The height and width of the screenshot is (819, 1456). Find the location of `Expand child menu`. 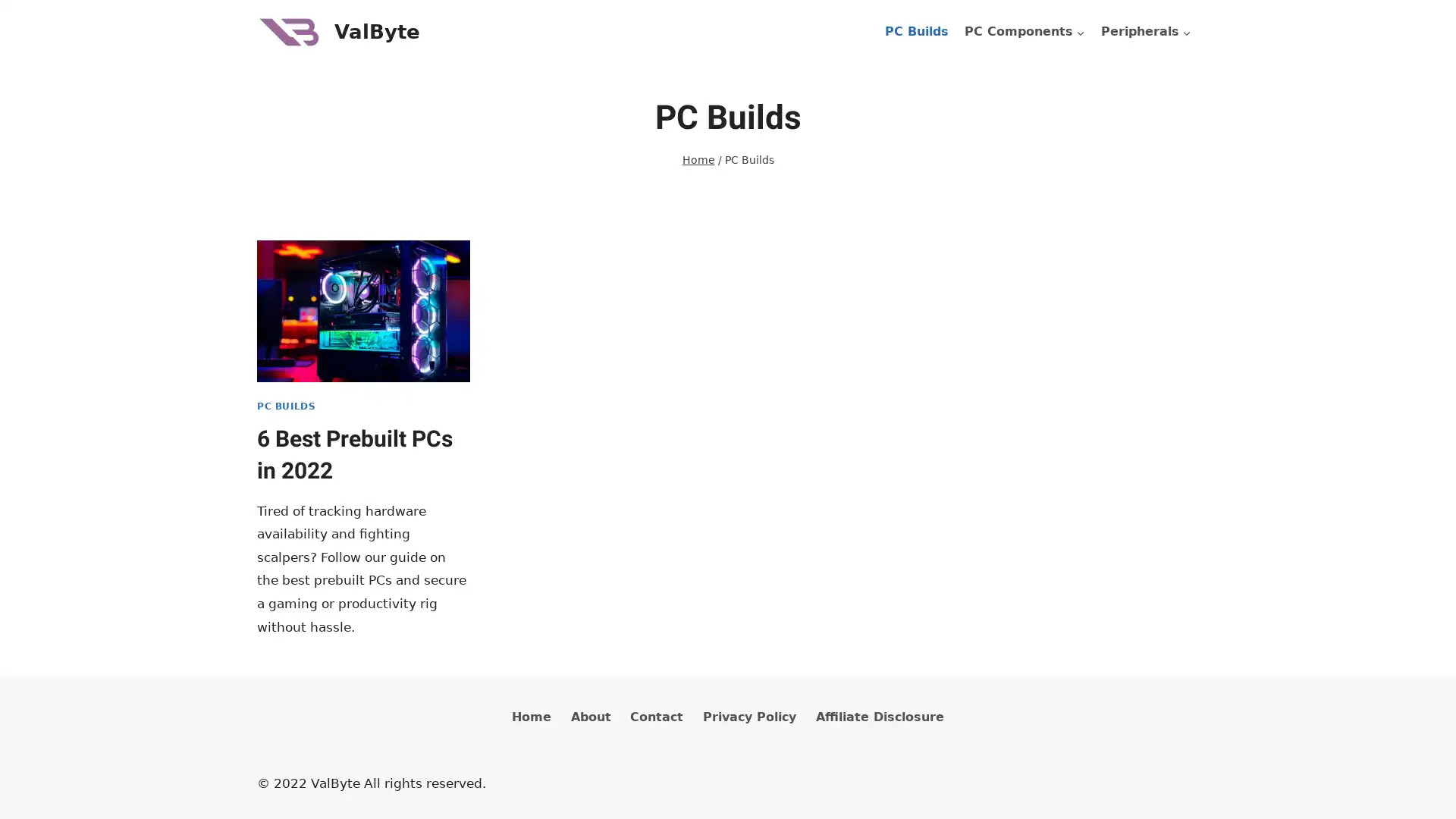

Expand child menu is located at coordinates (1024, 32).